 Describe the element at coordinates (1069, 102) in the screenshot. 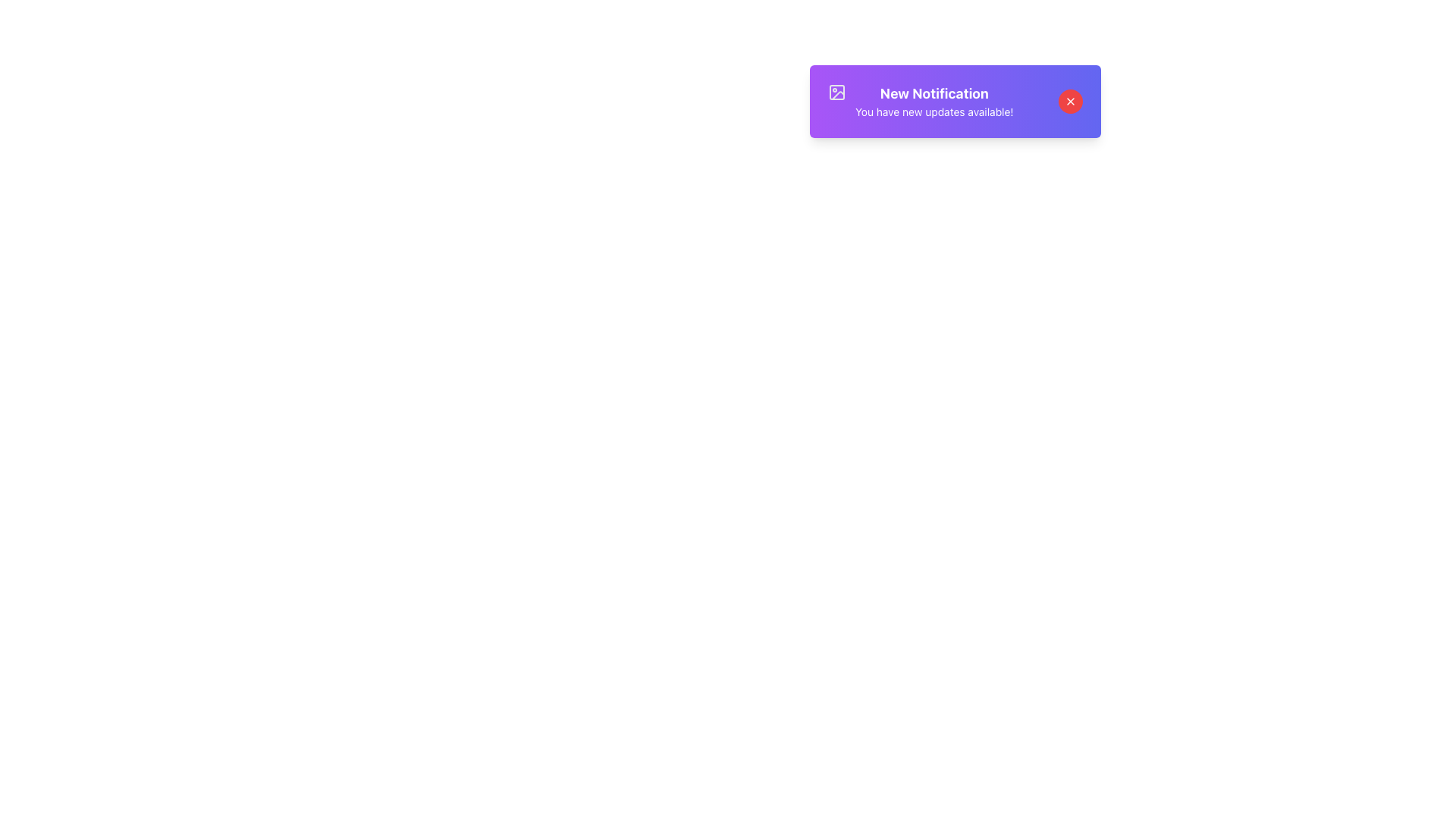

I see `the Close Button located in the upper-right corner of the purple notification card` at that location.